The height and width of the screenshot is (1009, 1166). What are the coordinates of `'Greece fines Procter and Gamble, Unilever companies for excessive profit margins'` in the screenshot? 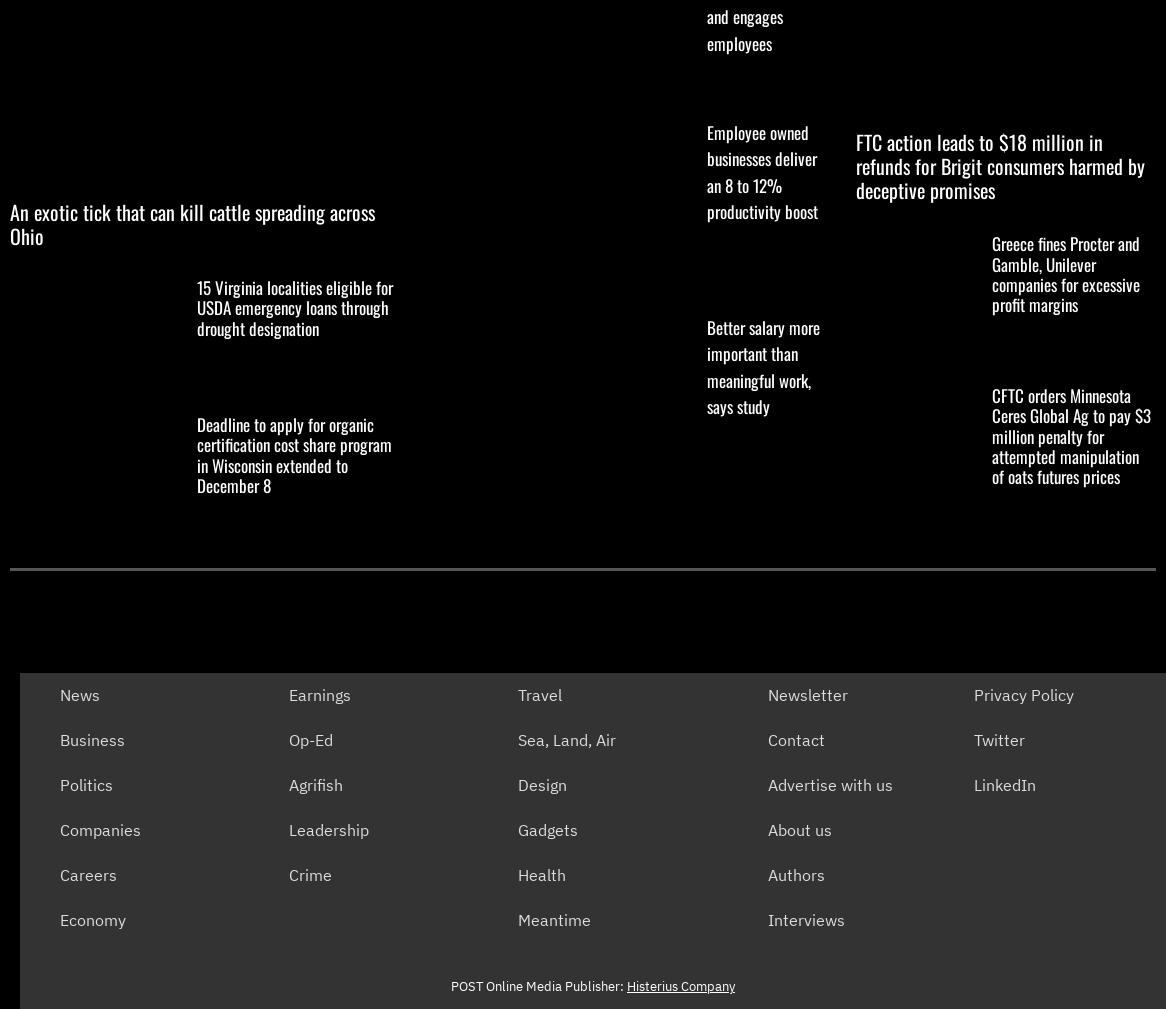 It's located at (1065, 273).